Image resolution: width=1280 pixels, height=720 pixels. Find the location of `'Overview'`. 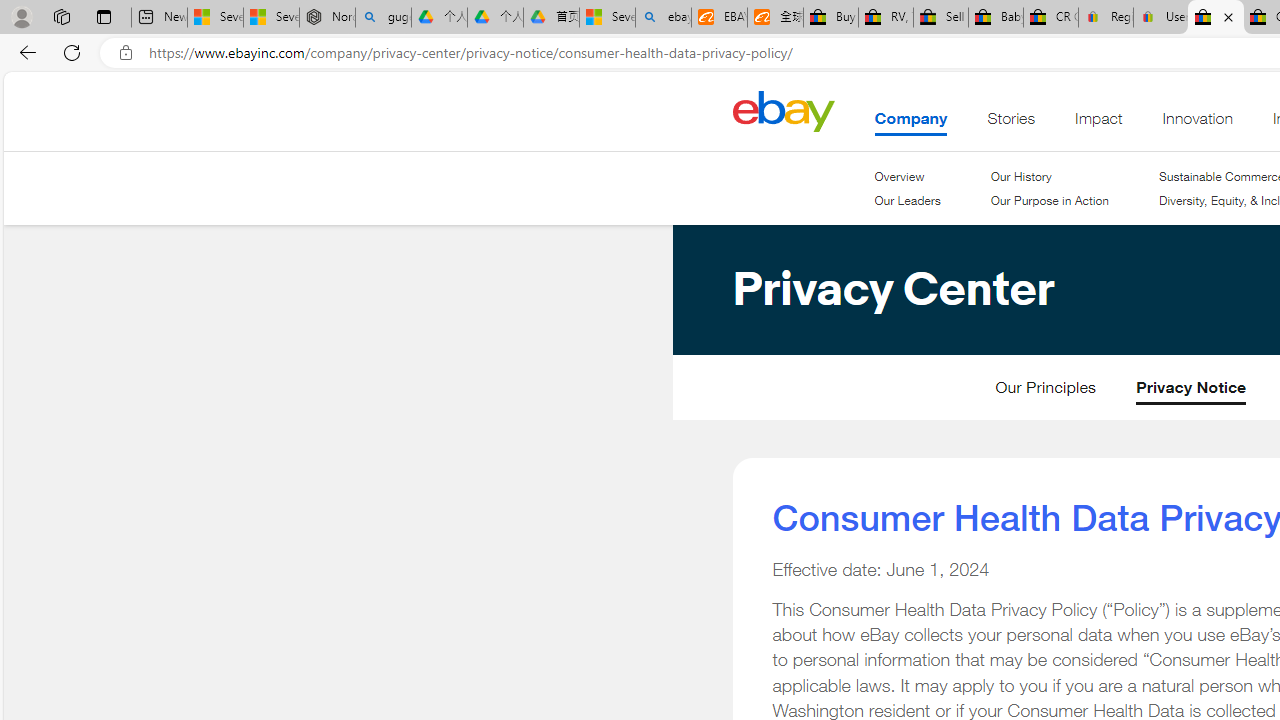

'Overview' is located at coordinates (898, 175).